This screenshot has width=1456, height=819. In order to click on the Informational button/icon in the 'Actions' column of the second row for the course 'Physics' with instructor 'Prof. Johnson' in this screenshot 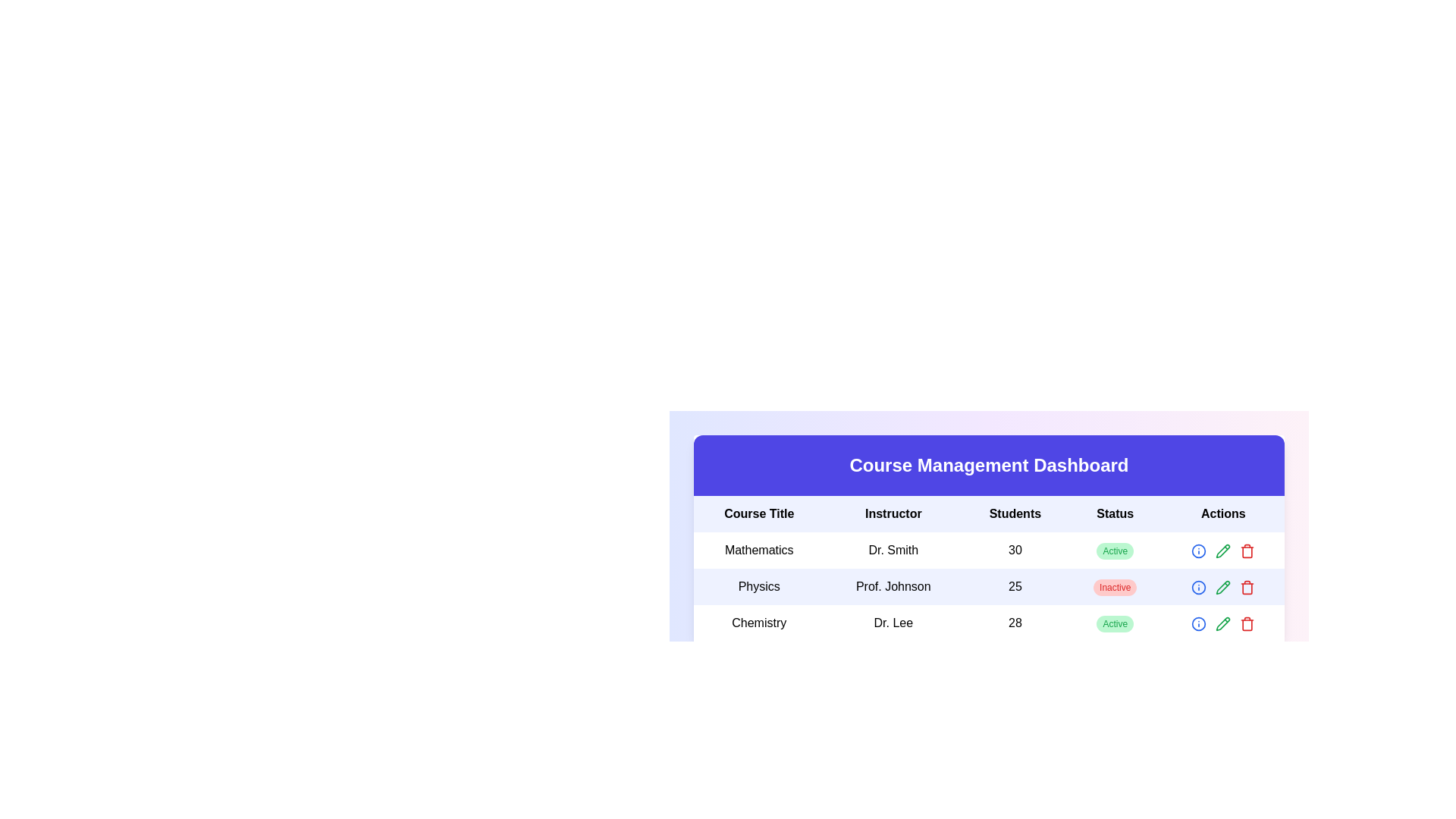, I will do `click(1198, 586)`.